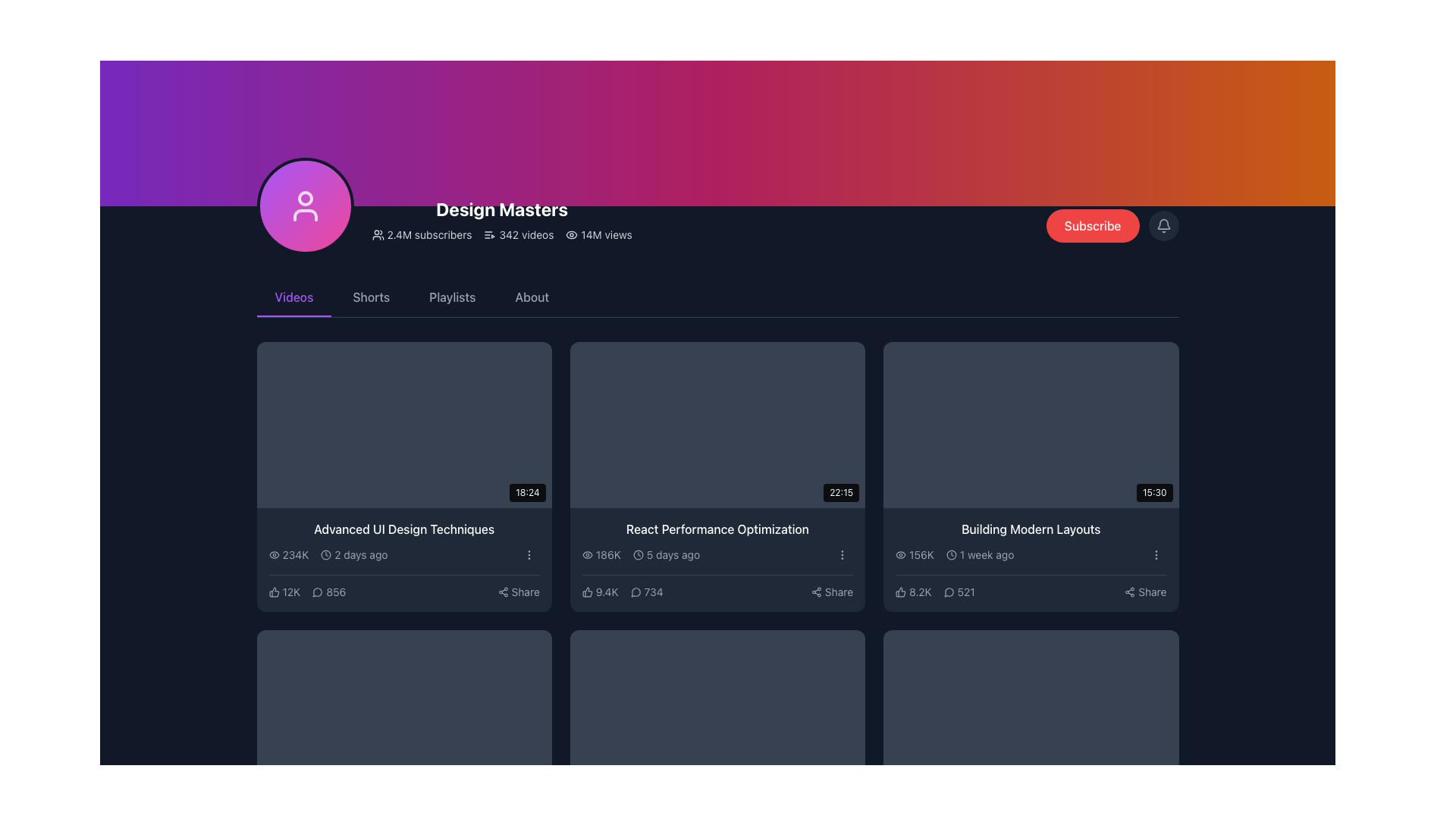  What do you see at coordinates (404, 529) in the screenshot?
I see `the title text label of the video located in the top-left corner of the visible video list` at bounding box center [404, 529].